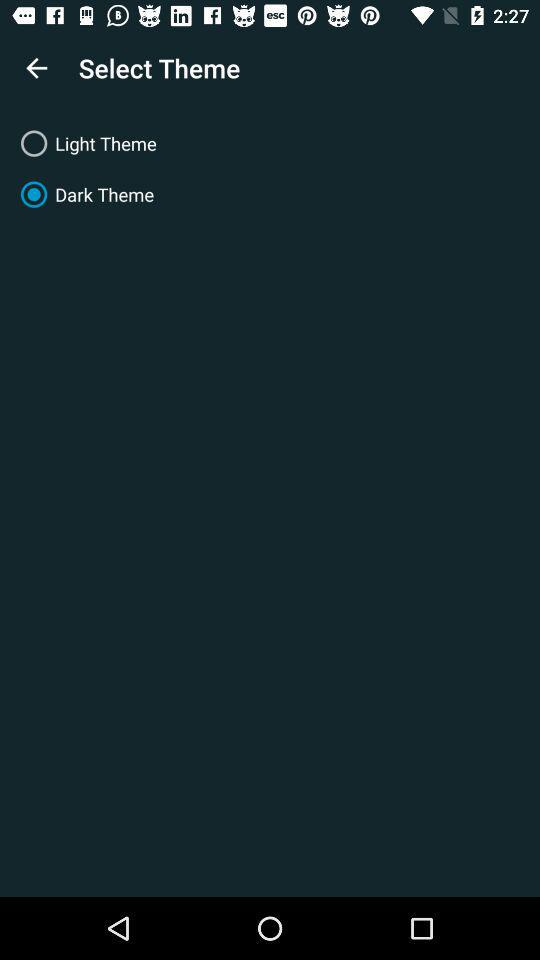  I want to click on item above light theme, so click(36, 68).